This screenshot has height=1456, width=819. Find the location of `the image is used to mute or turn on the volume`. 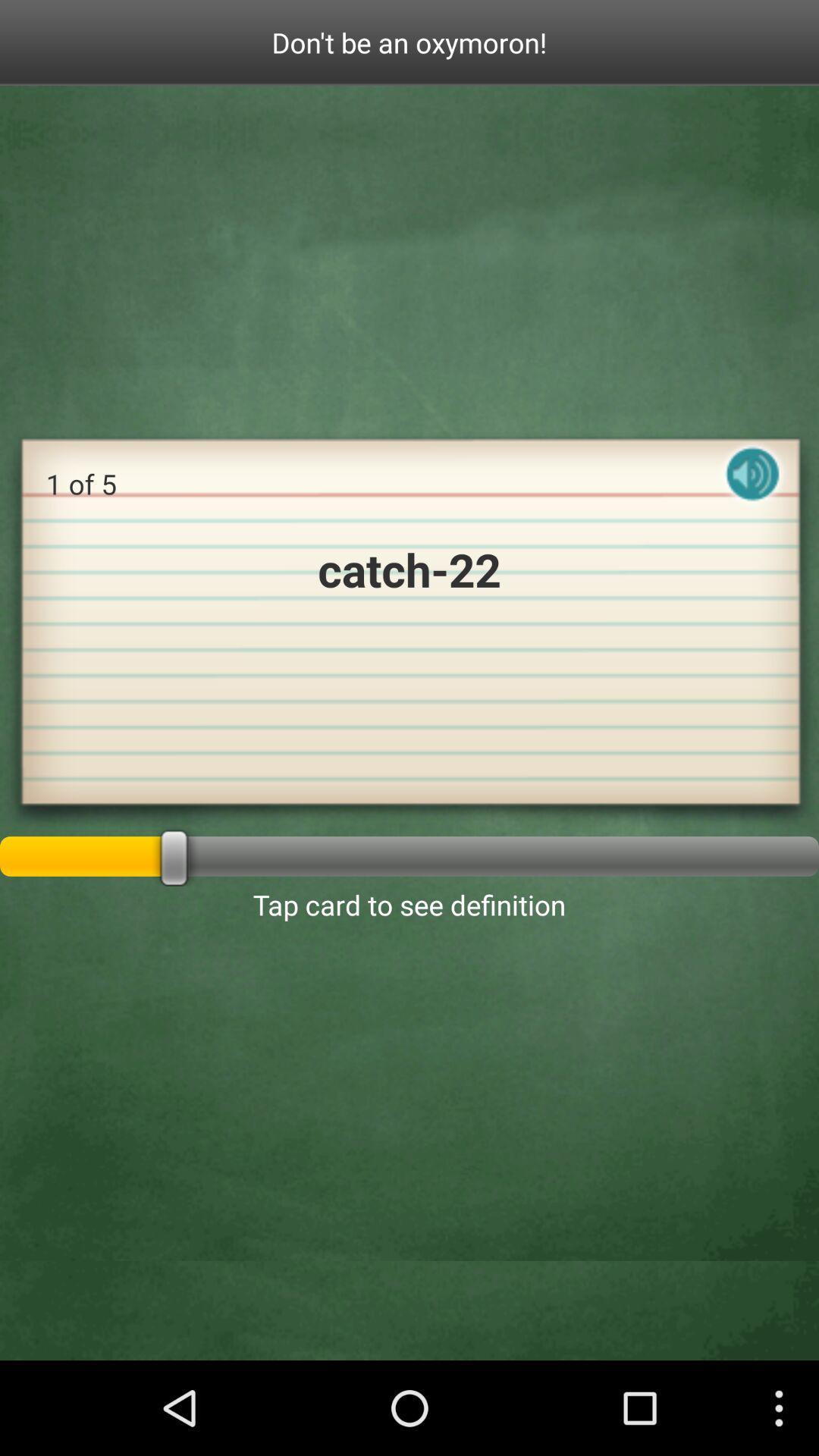

the image is used to mute or turn on the volume is located at coordinates (752, 487).